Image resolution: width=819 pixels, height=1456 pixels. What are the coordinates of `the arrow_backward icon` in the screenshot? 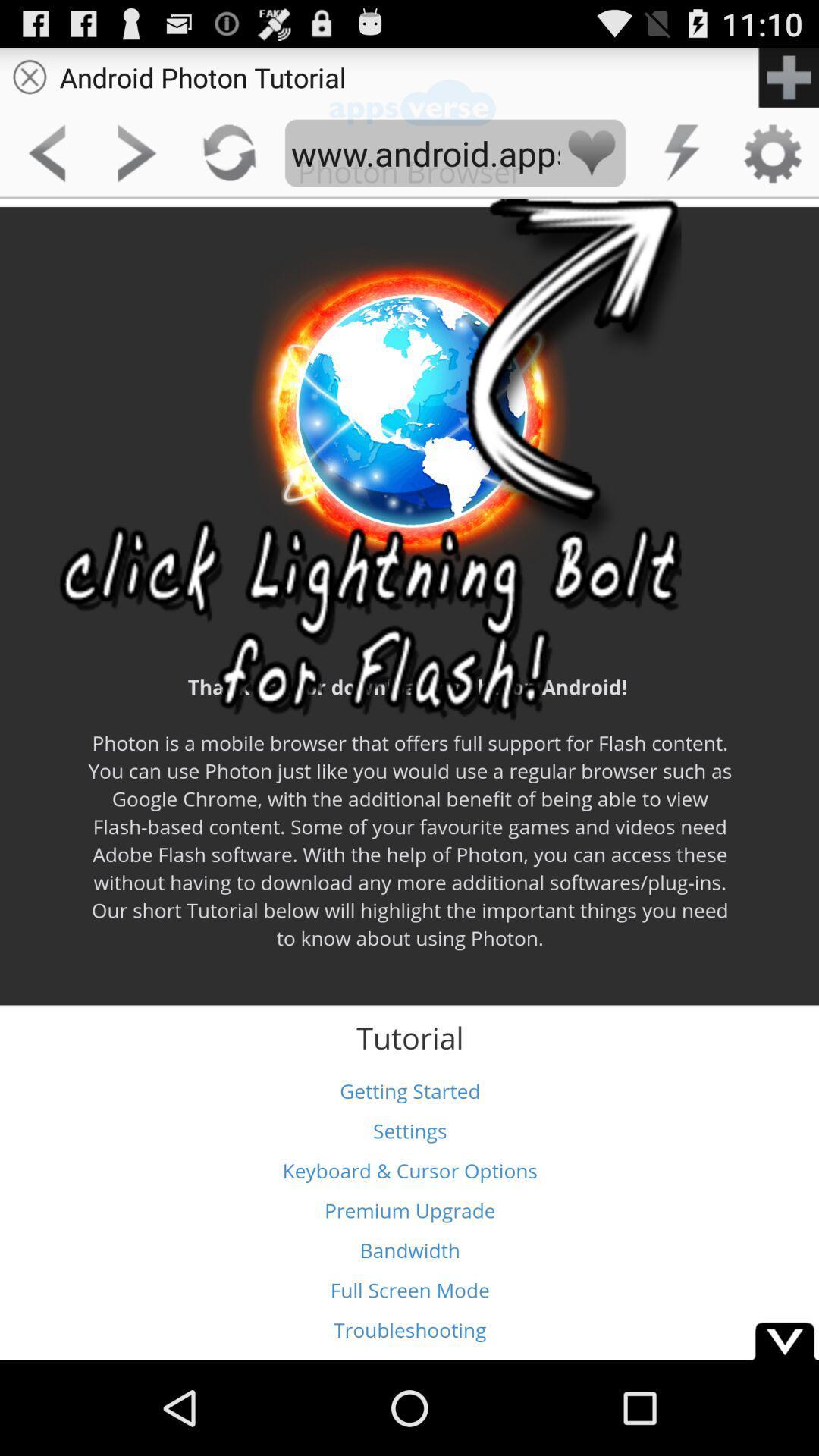 It's located at (45, 164).